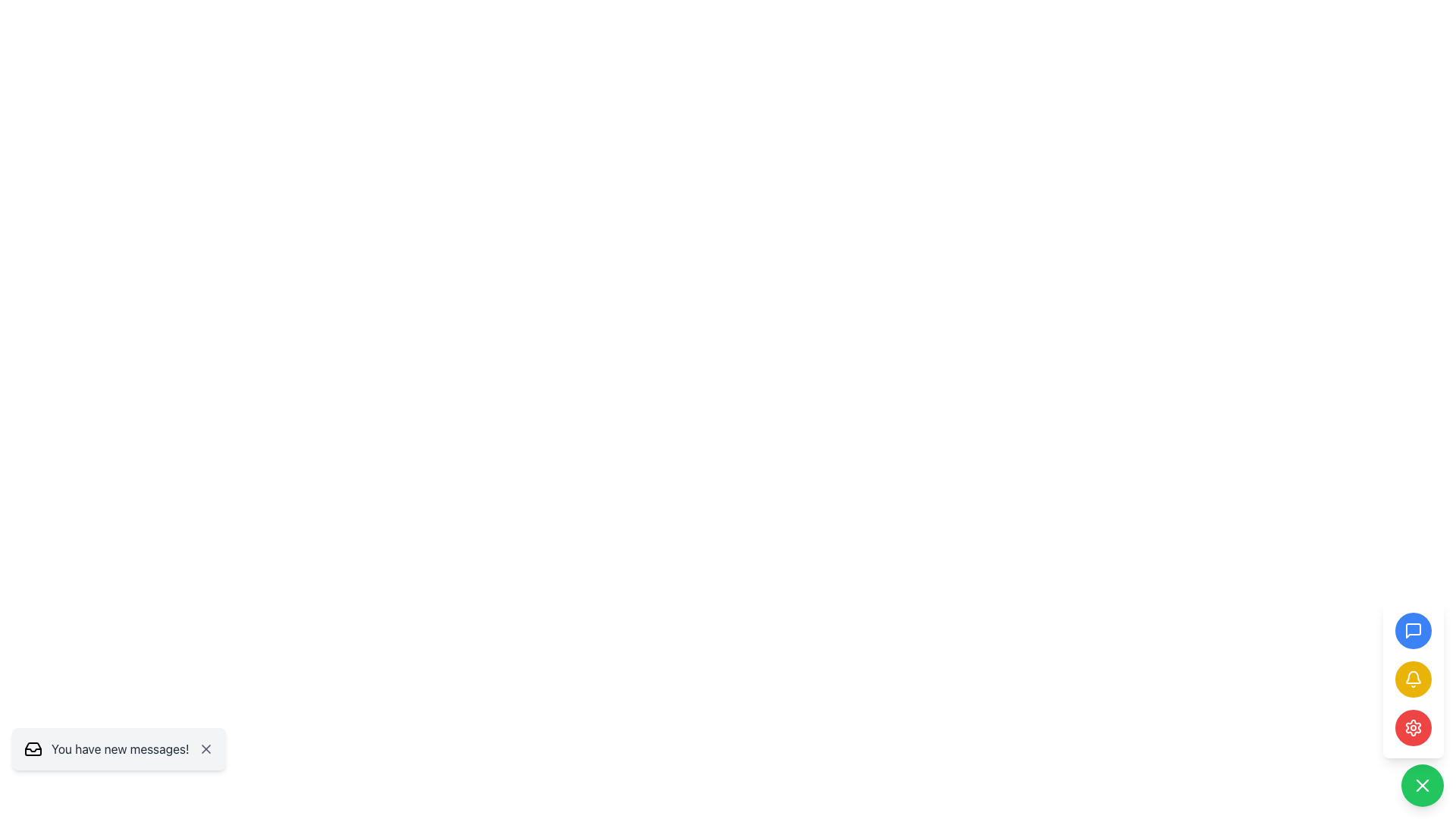 The width and height of the screenshot is (1456, 819). I want to click on the close button (an 'X' icon) located at the far right of the notification area that reads 'You have new messages!', so click(205, 748).